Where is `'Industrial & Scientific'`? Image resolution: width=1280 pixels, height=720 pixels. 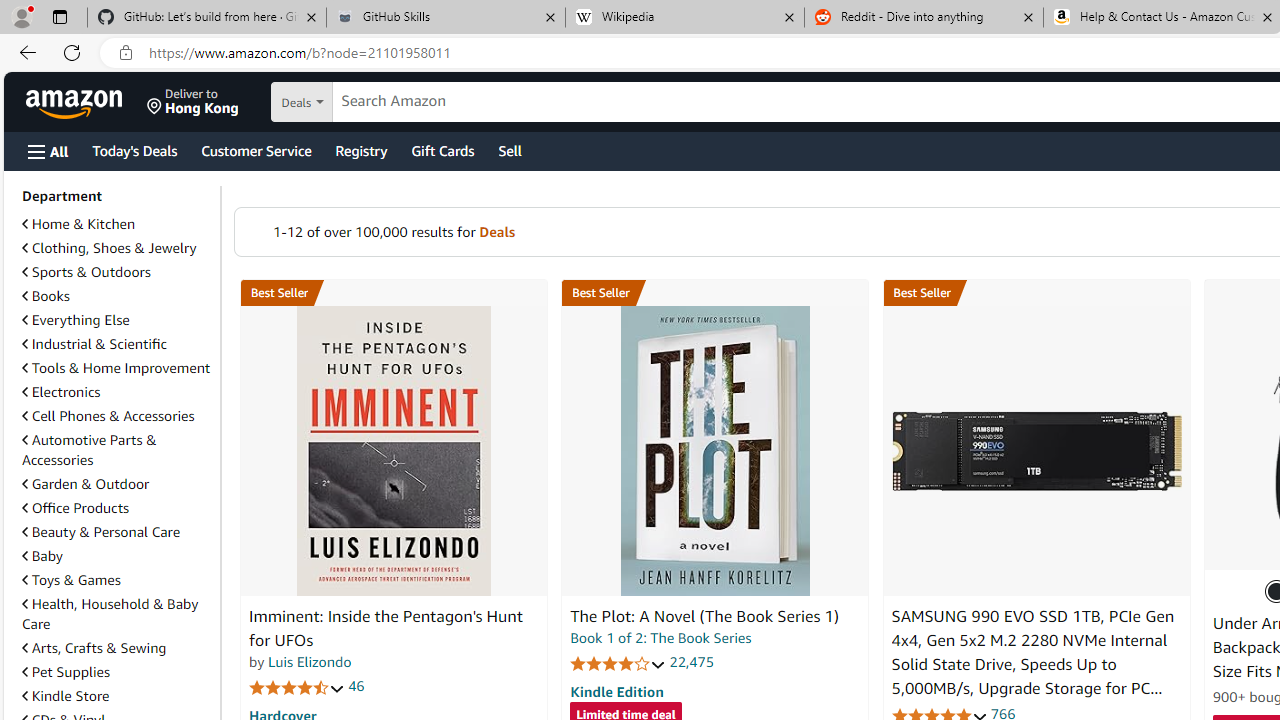 'Industrial & Scientific' is located at coordinates (93, 342).